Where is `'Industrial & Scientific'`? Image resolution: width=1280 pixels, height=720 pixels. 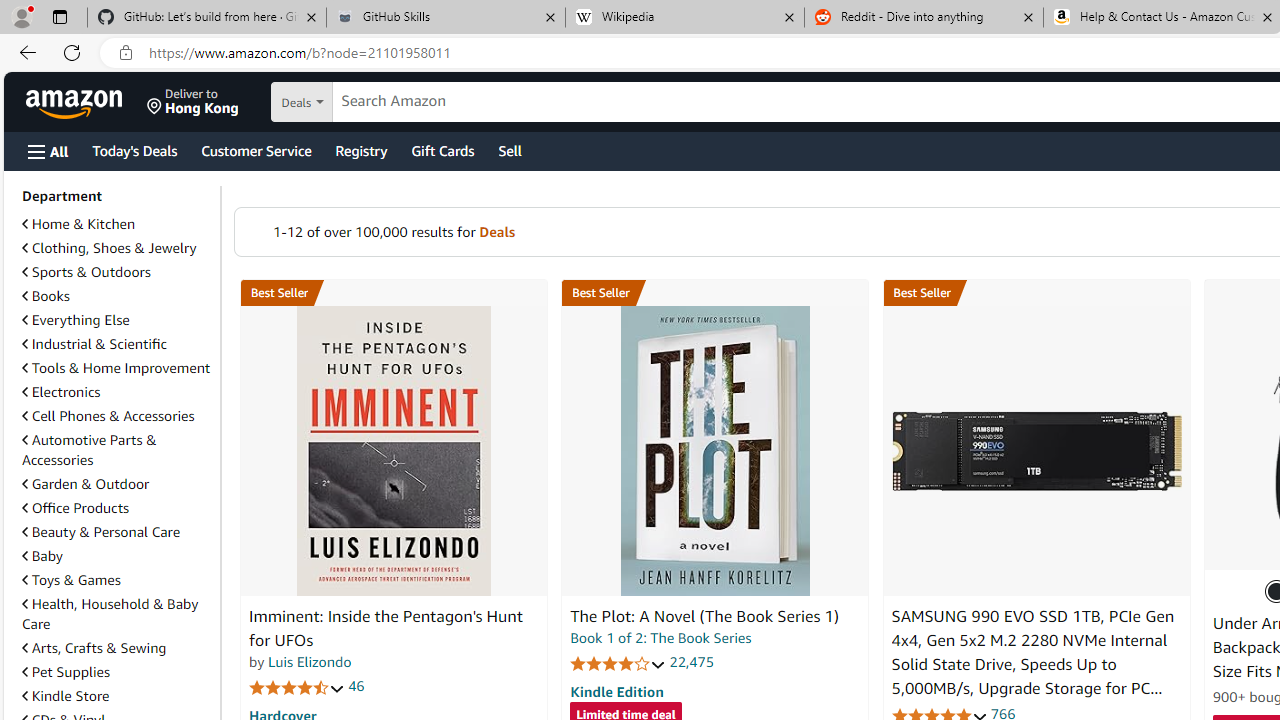 'Industrial & Scientific' is located at coordinates (93, 342).